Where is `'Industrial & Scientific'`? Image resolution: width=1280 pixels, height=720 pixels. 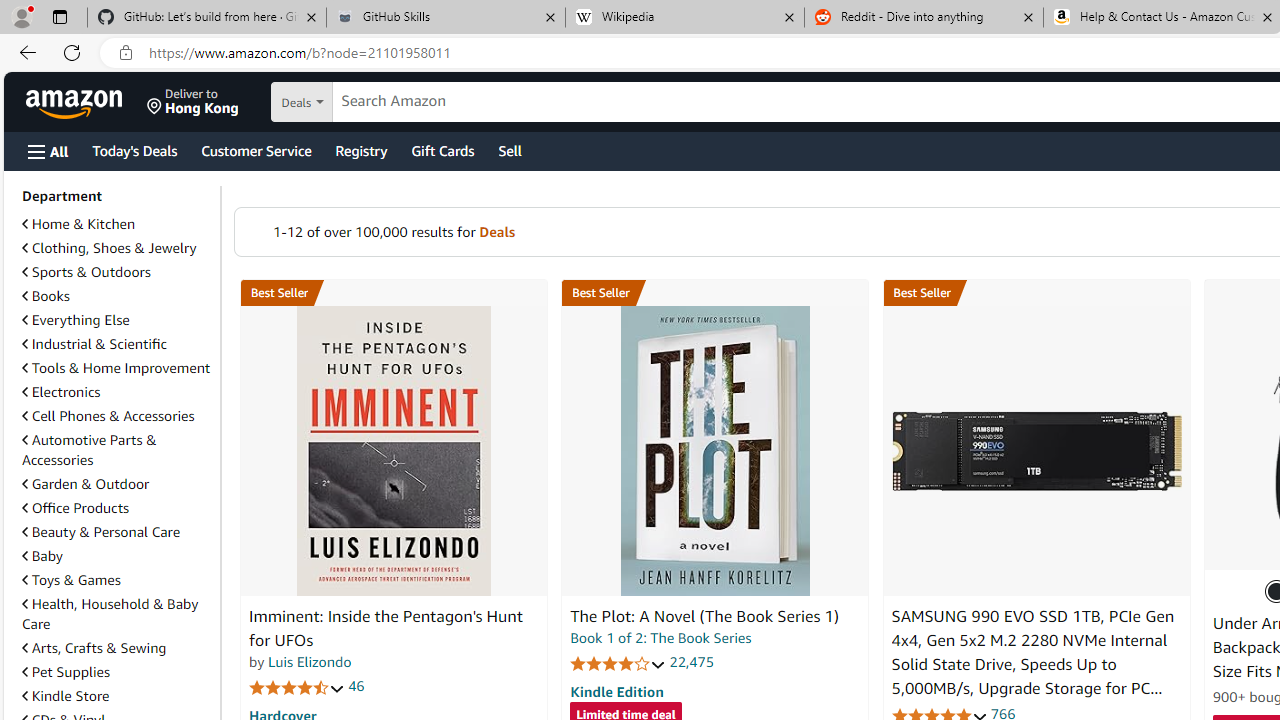 'Industrial & Scientific' is located at coordinates (93, 342).